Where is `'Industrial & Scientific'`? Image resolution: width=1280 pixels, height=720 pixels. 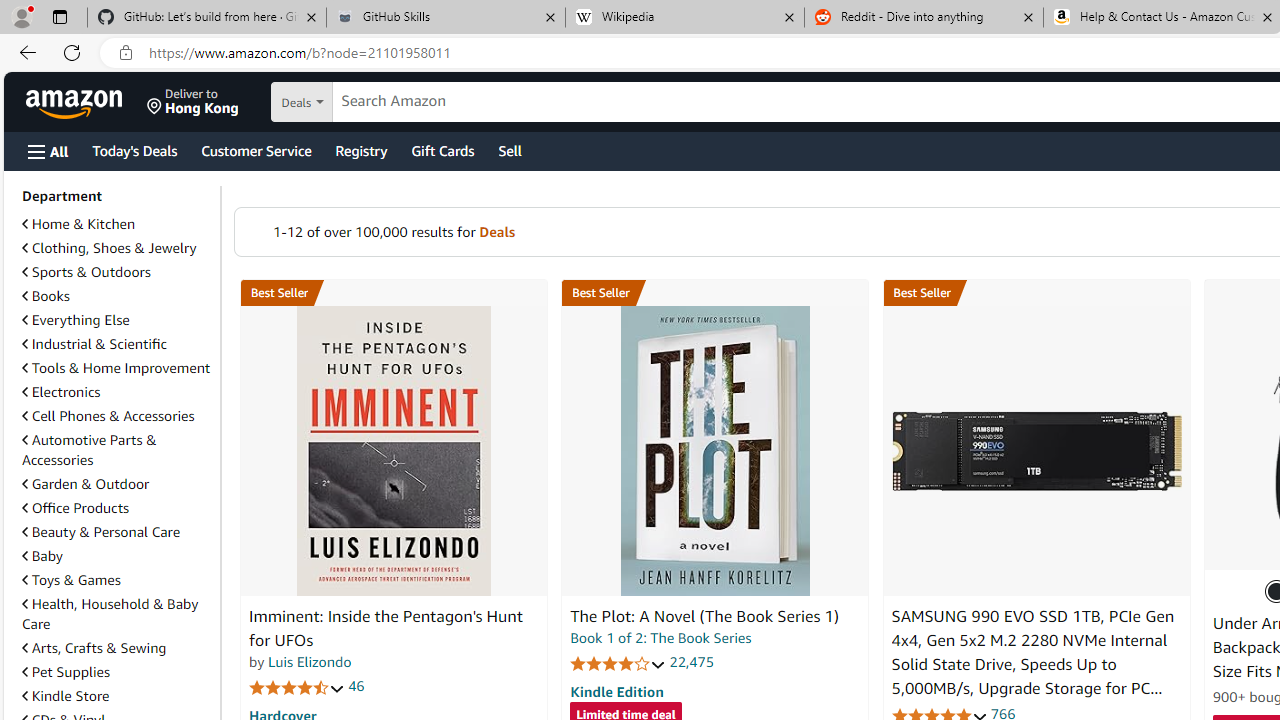 'Industrial & Scientific' is located at coordinates (93, 342).